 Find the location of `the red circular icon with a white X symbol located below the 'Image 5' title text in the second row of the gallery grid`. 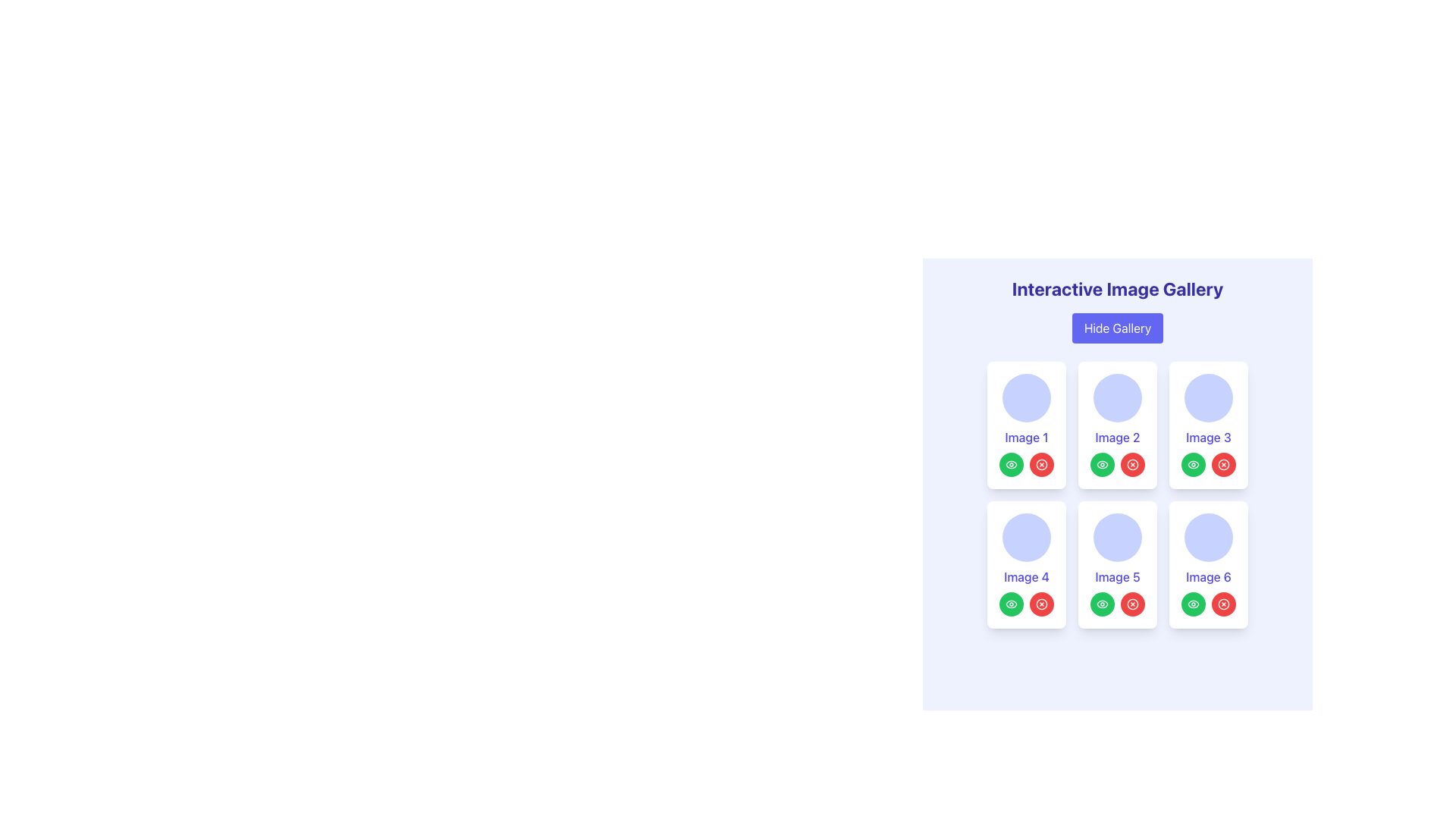

the red circular icon with a white X symbol located below the 'Image 5' title text in the second row of the gallery grid is located at coordinates (1117, 604).